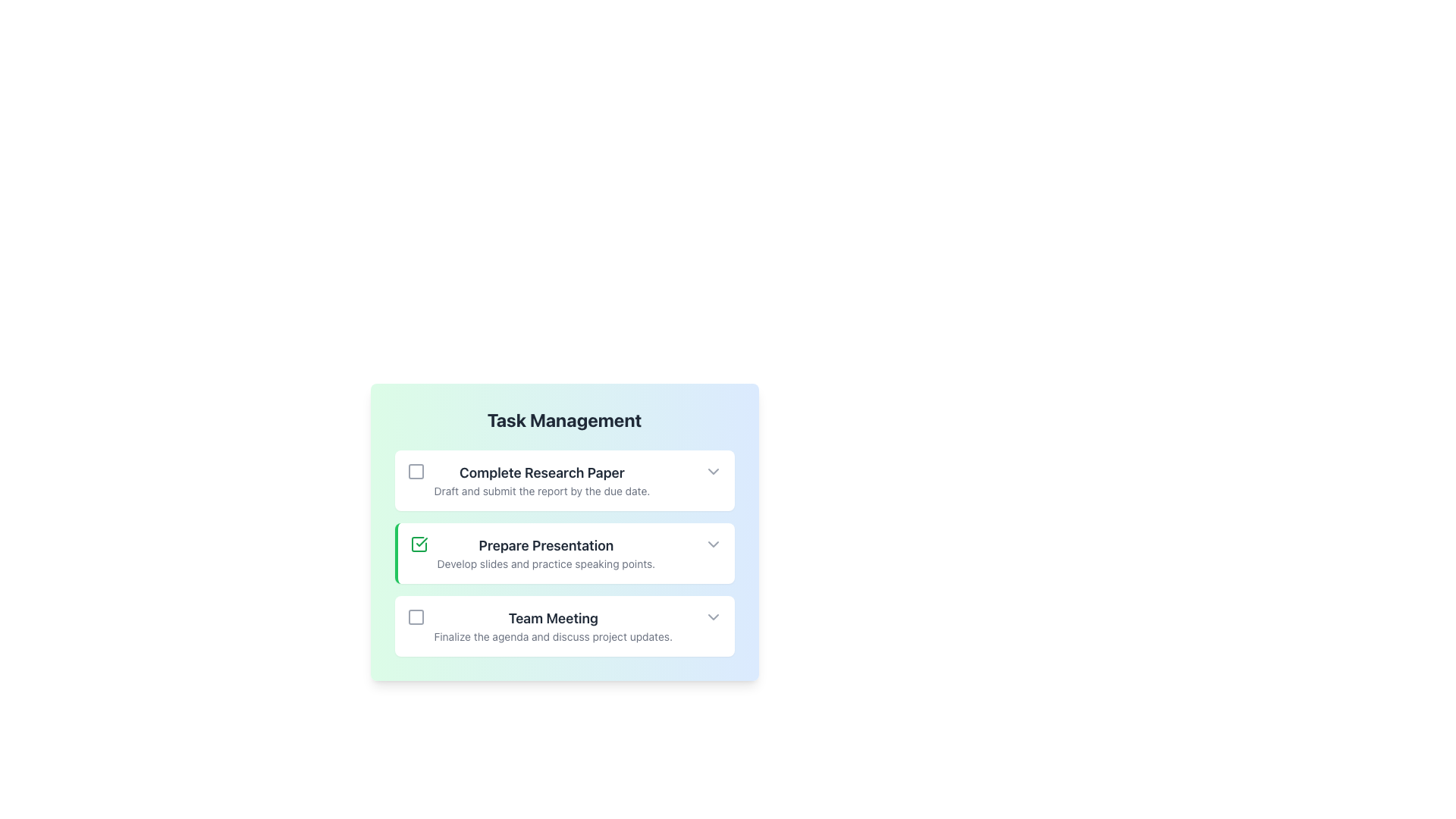 The image size is (1456, 819). I want to click on the green, outlined square checkbox with a checkmark located to the left of the 'Prepare Presentation' task title, so click(419, 543).